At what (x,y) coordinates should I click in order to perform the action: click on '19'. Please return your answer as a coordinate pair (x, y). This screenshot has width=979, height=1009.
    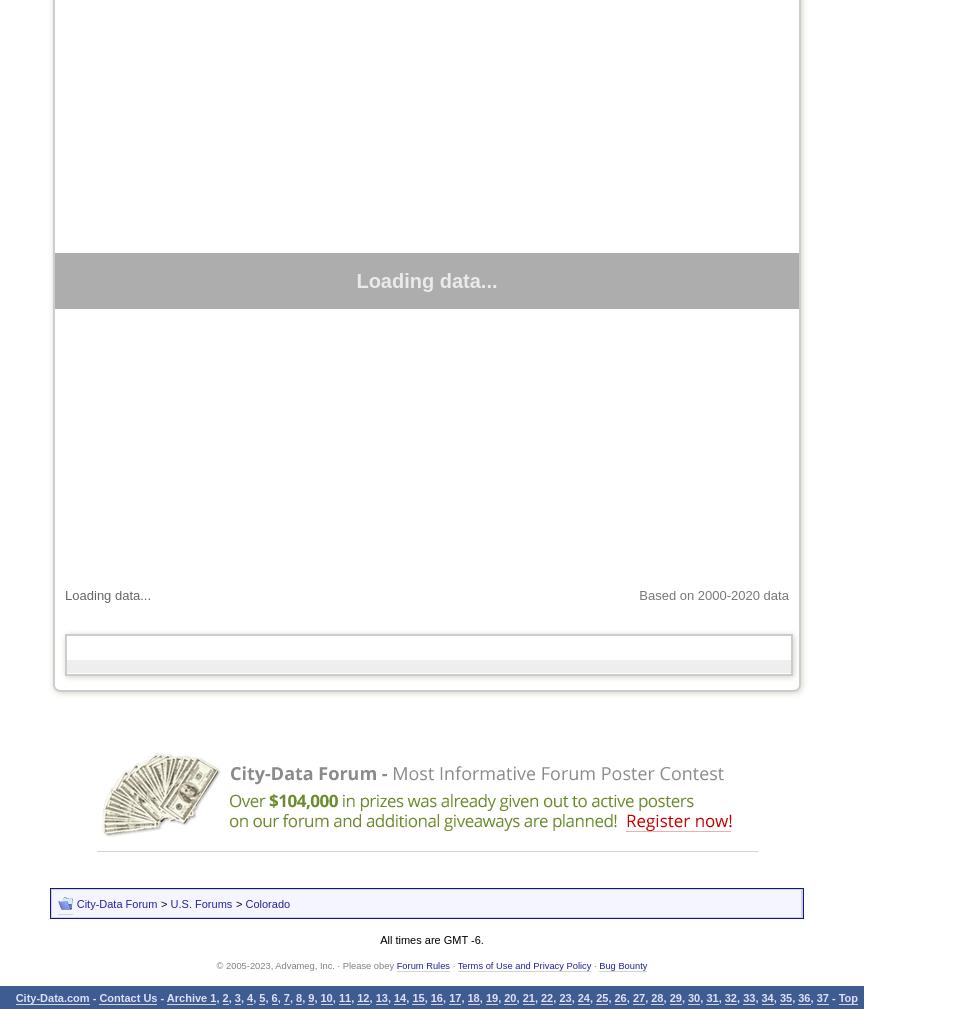
    Looking at the image, I should click on (484, 998).